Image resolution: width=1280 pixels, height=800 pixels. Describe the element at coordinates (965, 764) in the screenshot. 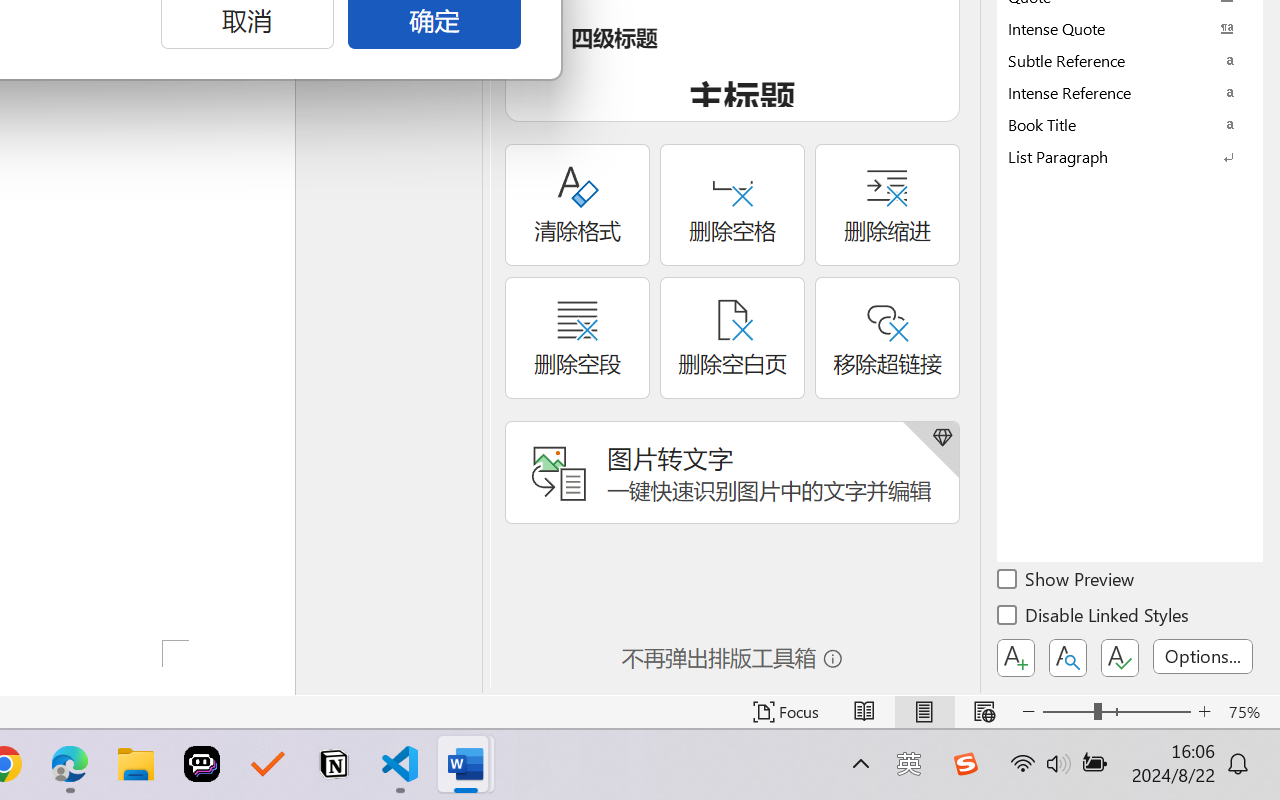

I see `'Class: Image'` at that location.